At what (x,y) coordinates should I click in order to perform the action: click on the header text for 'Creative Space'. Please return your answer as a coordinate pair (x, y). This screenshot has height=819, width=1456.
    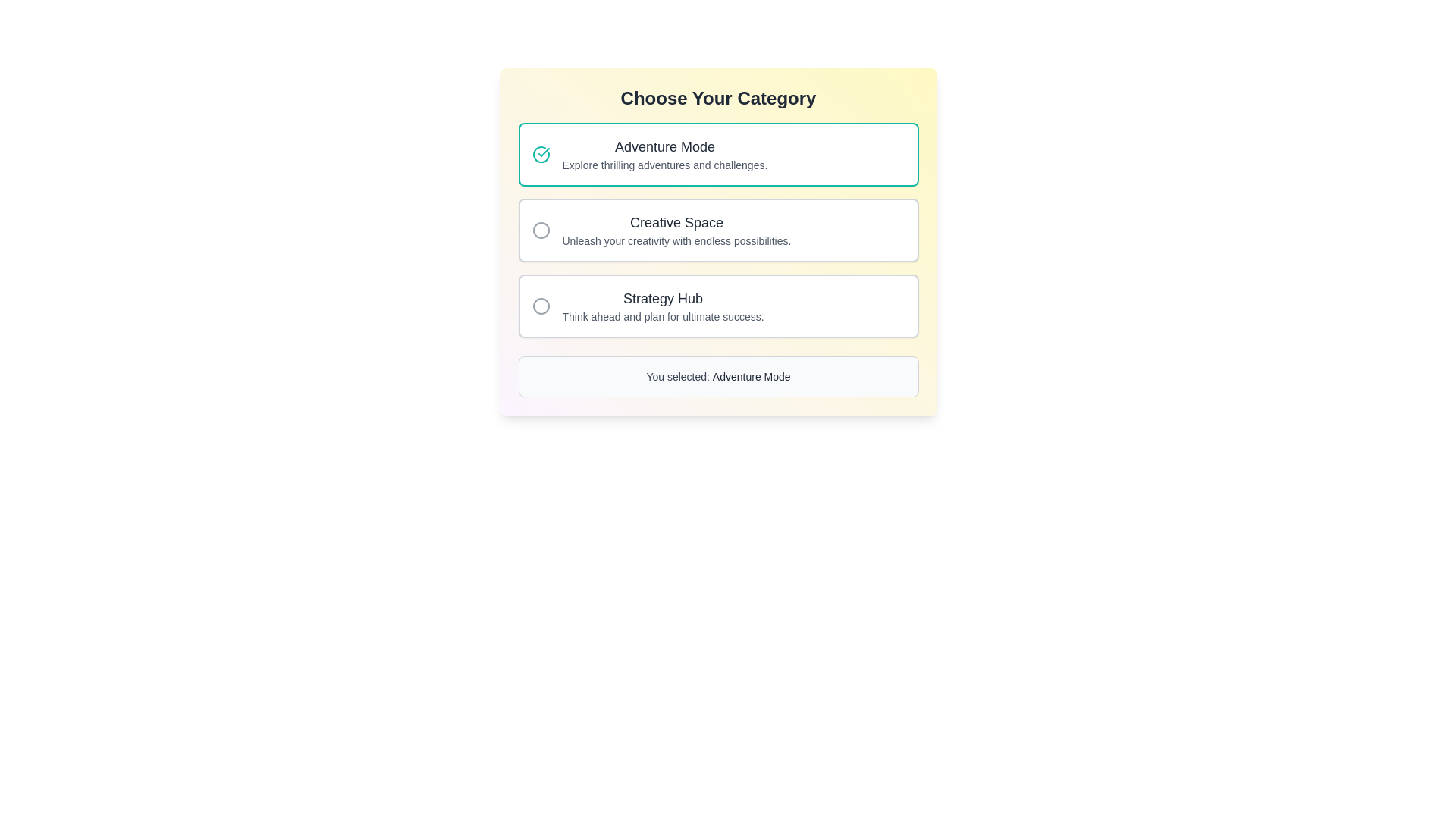
    Looking at the image, I should click on (676, 222).